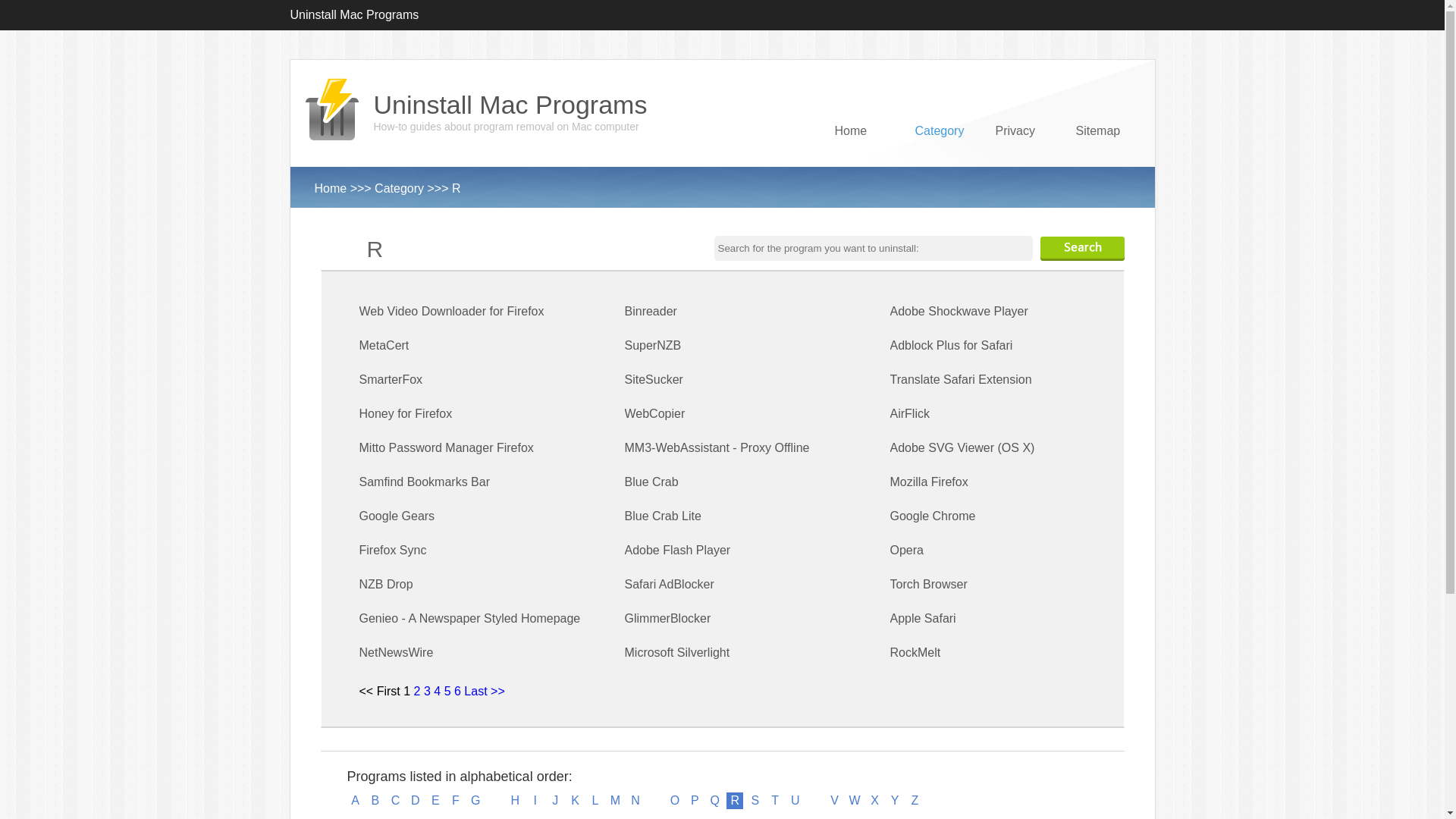  I want to click on 'P', so click(694, 800).